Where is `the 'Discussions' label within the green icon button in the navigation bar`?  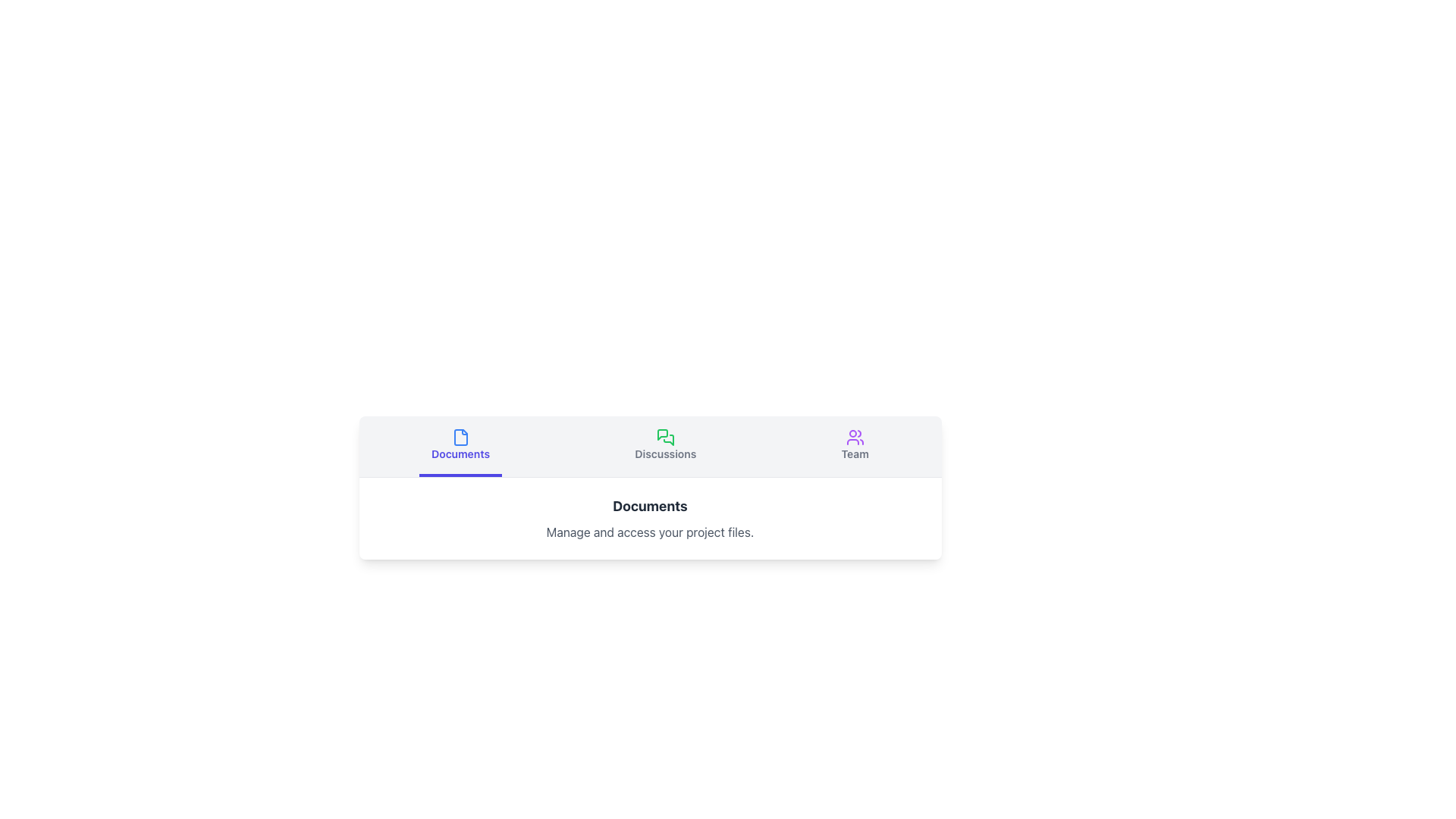 the 'Discussions' label within the green icon button in the navigation bar is located at coordinates (665, 453).